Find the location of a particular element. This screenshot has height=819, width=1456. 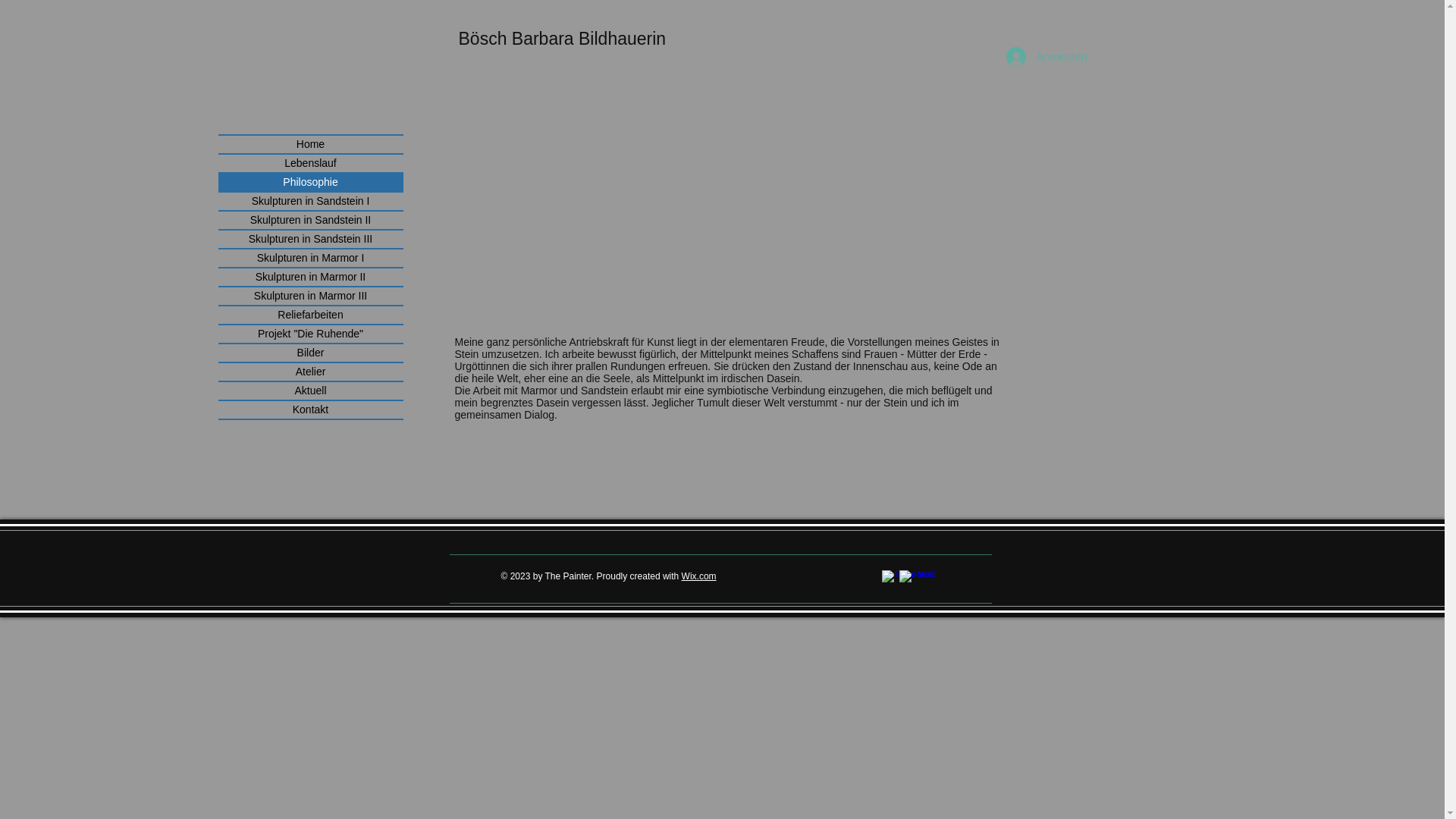

'Aktuell' is located at coordinates (309, 390).